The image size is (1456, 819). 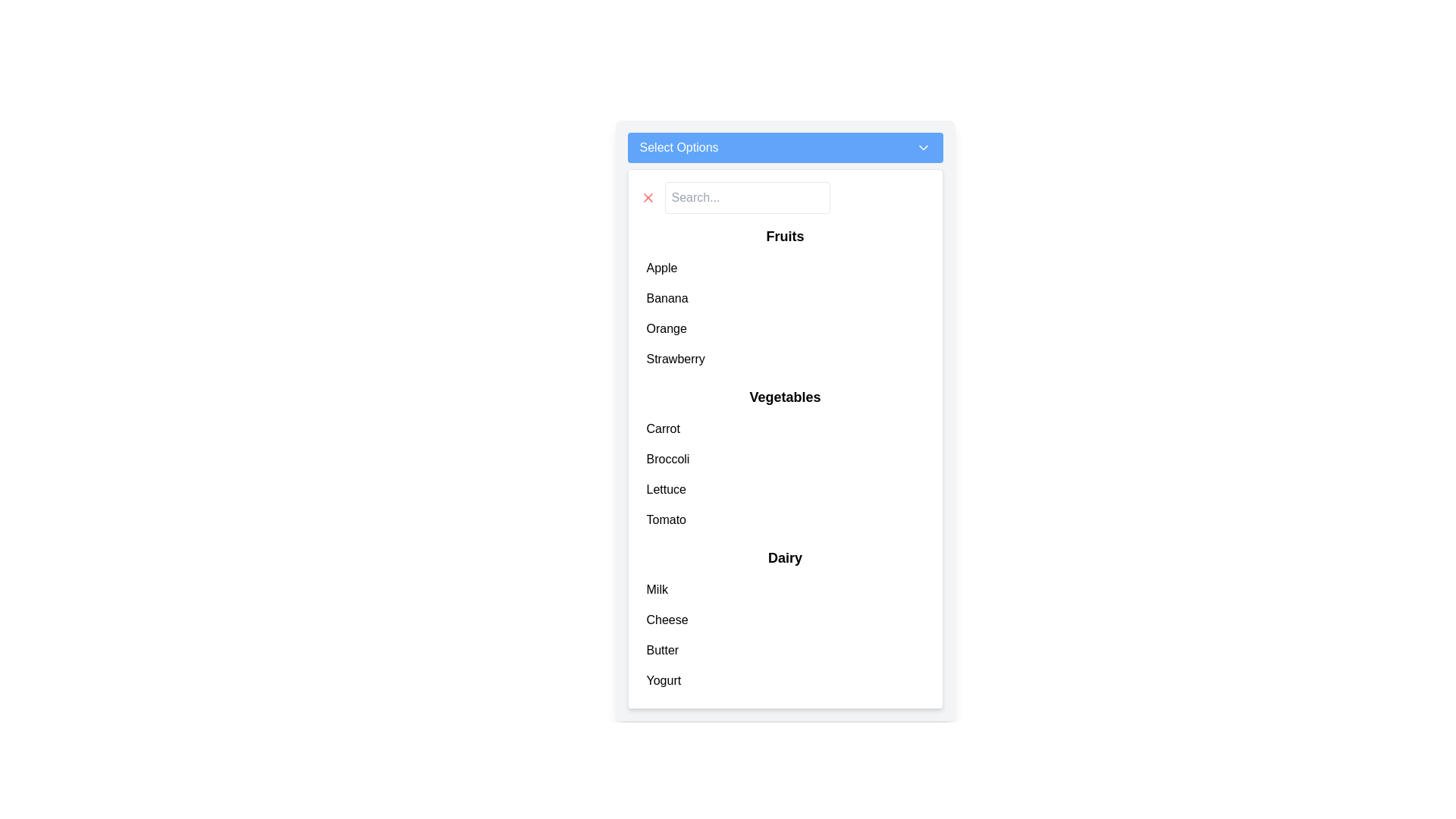 What do you see at coordinates (662, 649) in the screenshot?
I see `the black-colored text label displaying the word 'Butter', which is the third item in the 'Dairy' category dropdown menu` at bounding box center [662, 649].